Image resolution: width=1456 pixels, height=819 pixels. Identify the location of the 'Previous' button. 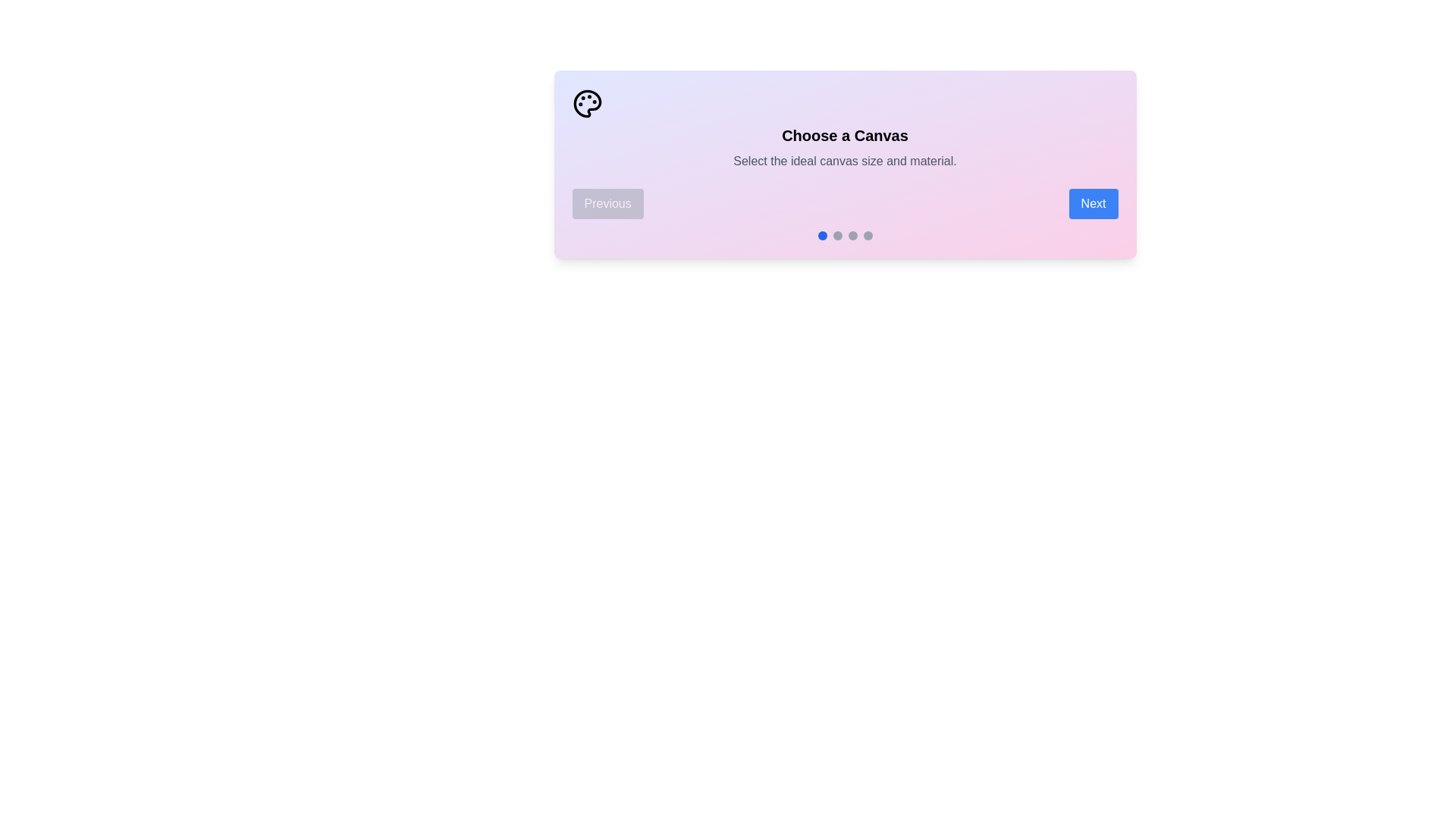
(607, 203).